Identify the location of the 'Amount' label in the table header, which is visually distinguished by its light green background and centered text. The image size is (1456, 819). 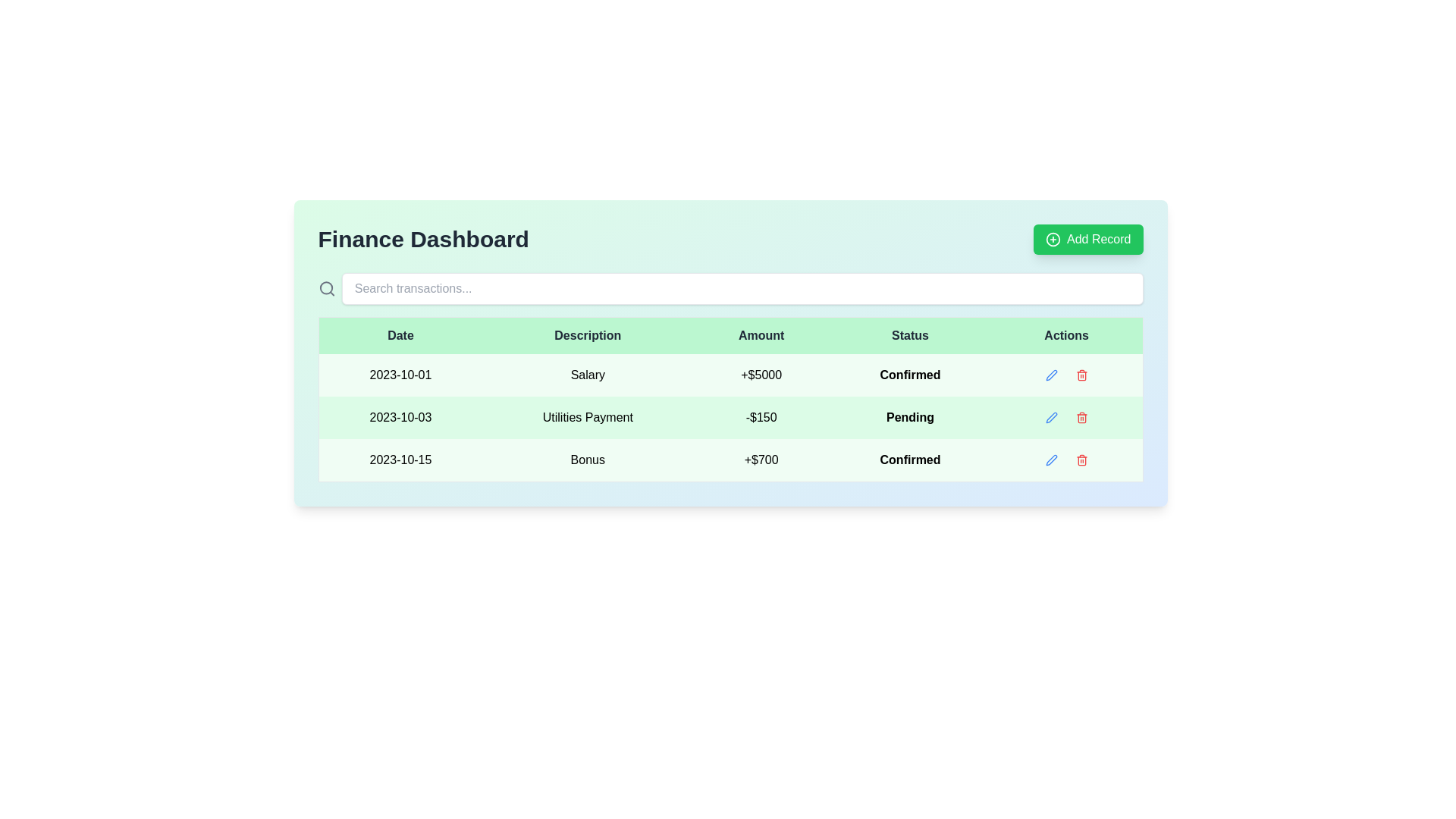
(761, 334).